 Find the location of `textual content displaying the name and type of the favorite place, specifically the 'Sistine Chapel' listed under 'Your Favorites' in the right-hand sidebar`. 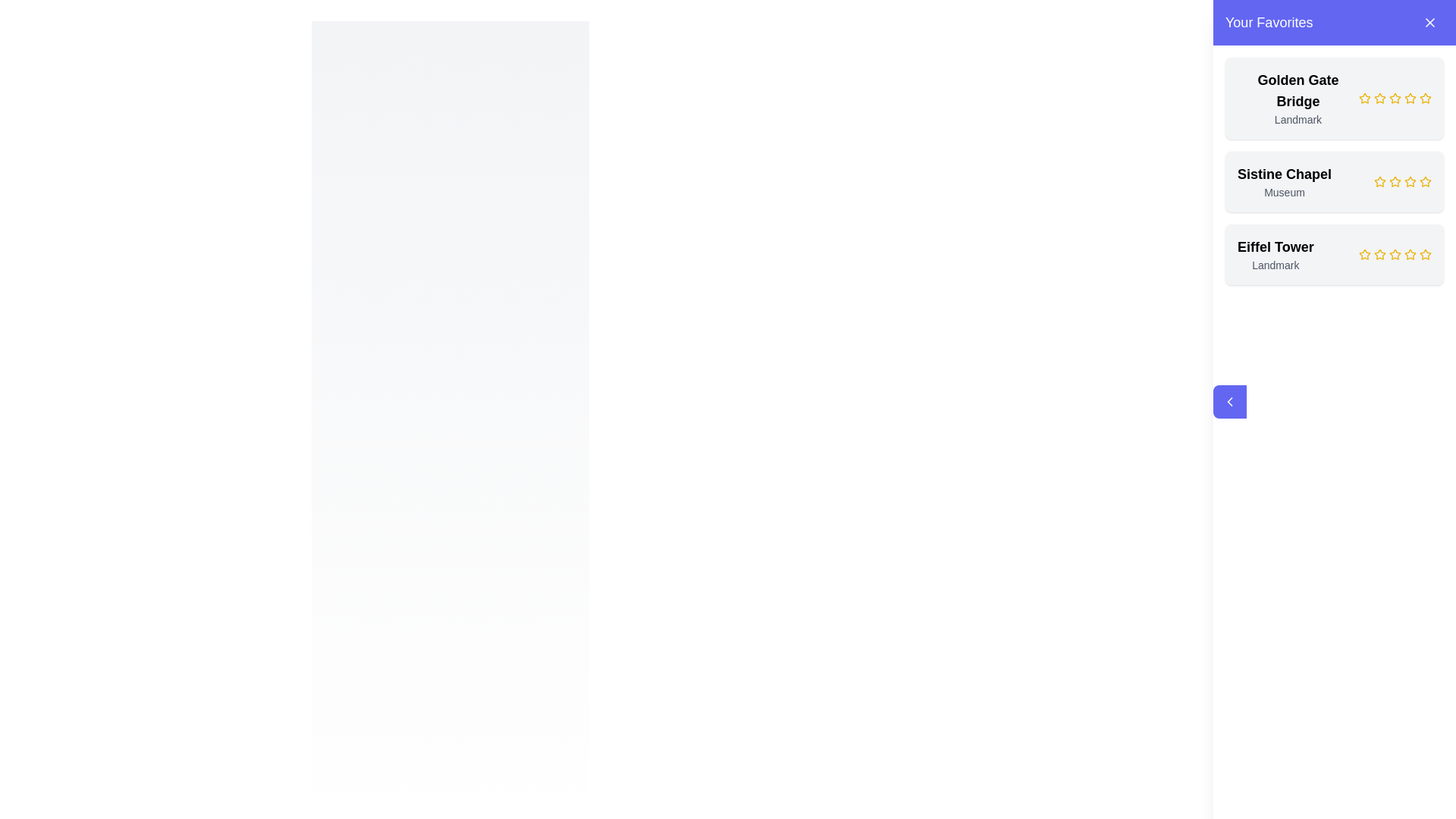

textual content displaying the name and type of the favorite place, specifically the 'Sistine Chapel' listed under 'Your Favorites' in the right-hand sidebar is located at coordinates (1284, 180).